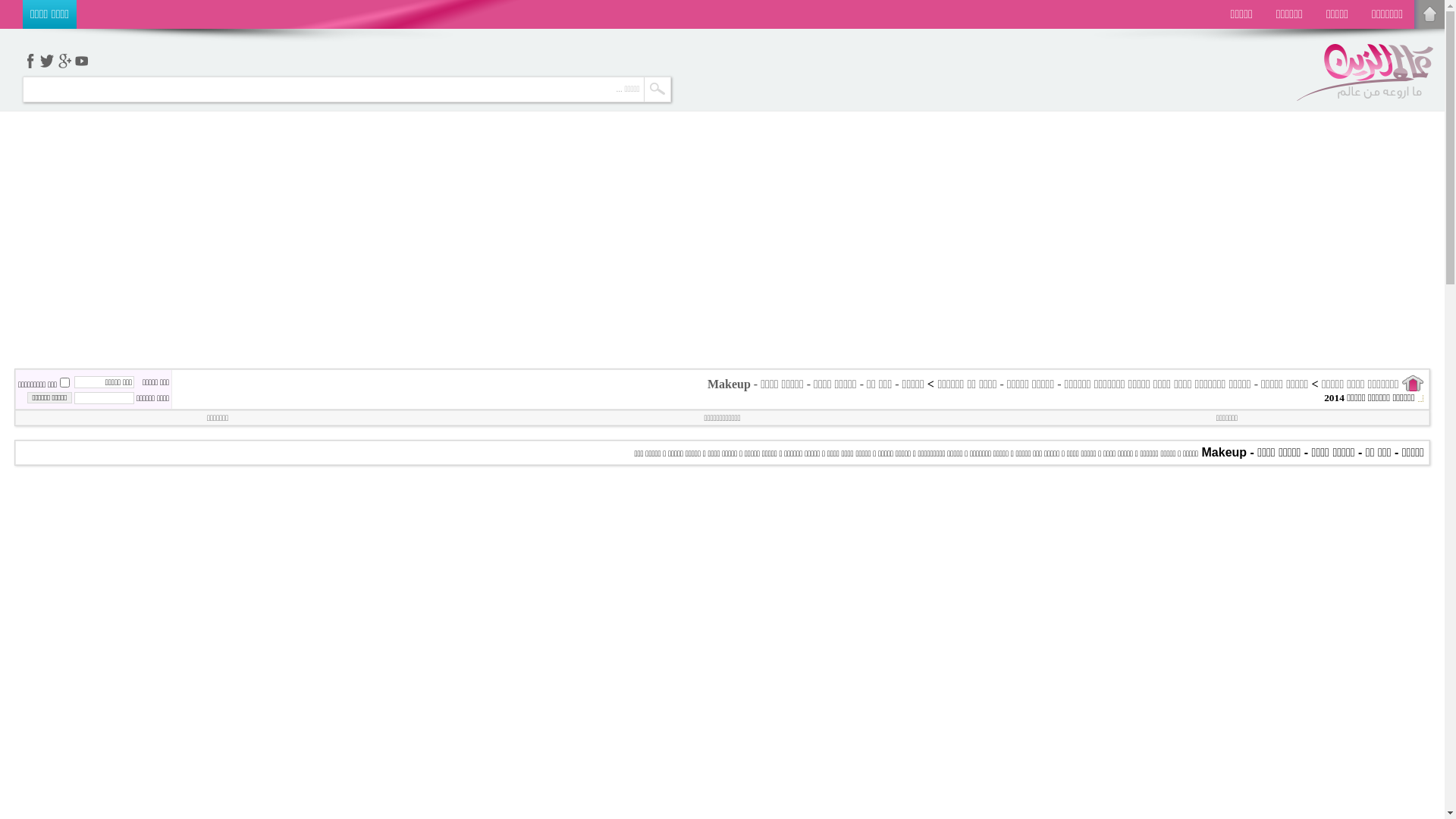  What do you see at coordinates (79, 61) in the screenshot?
I see `'youtube'` at bounding box center [79, 61].